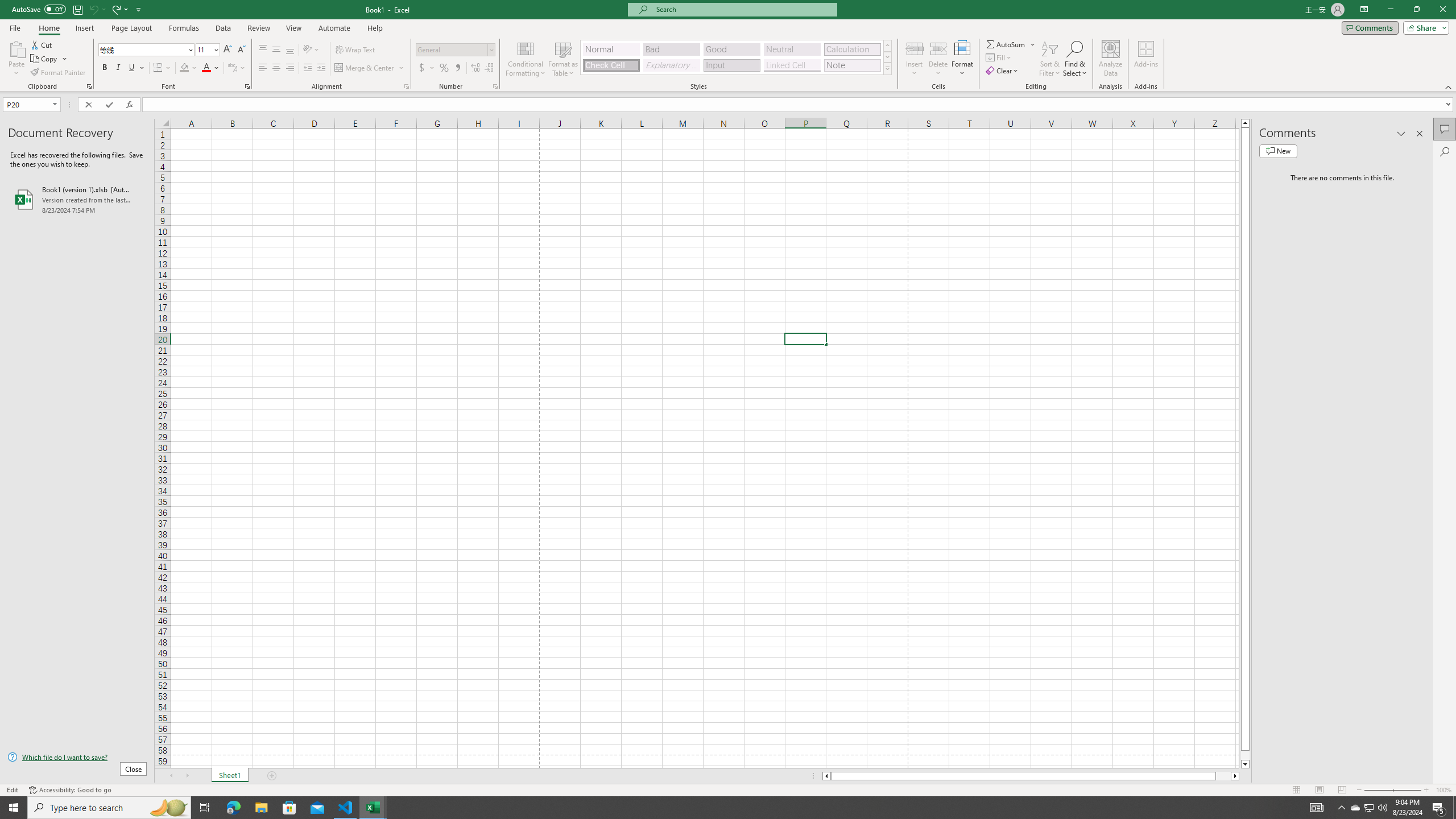 This screenshot has width=1456, height=819. Describe the element at coordinates (1426, 790) in the screenshot. I see `'Zoom In'` at that location.